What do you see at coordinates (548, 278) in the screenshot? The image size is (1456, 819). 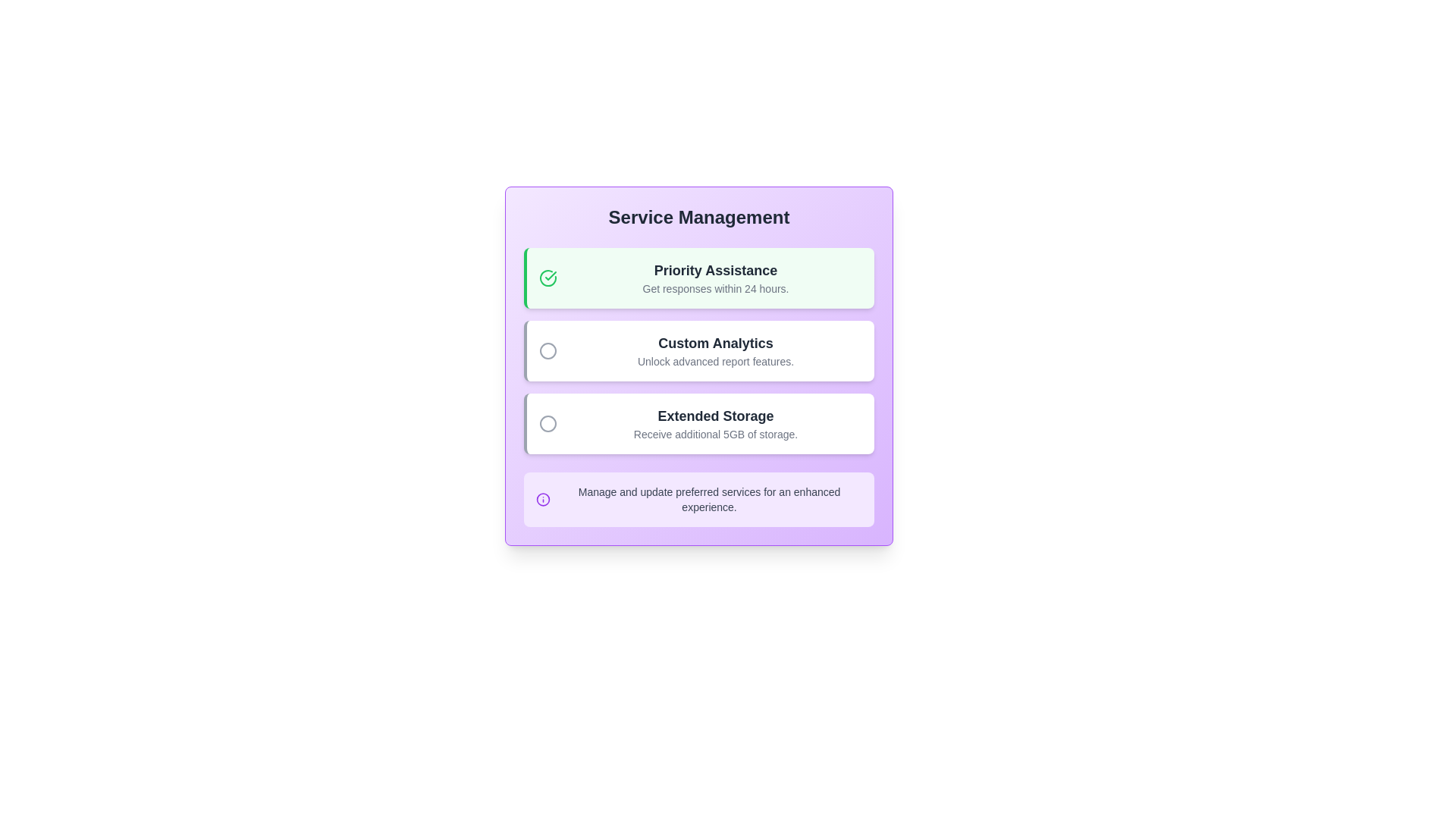 I see `the state of the circular green checkmark icon located to the left of the 'Priority Assistance' text within the 'Service Management' section` at bounding box center [548, 278].